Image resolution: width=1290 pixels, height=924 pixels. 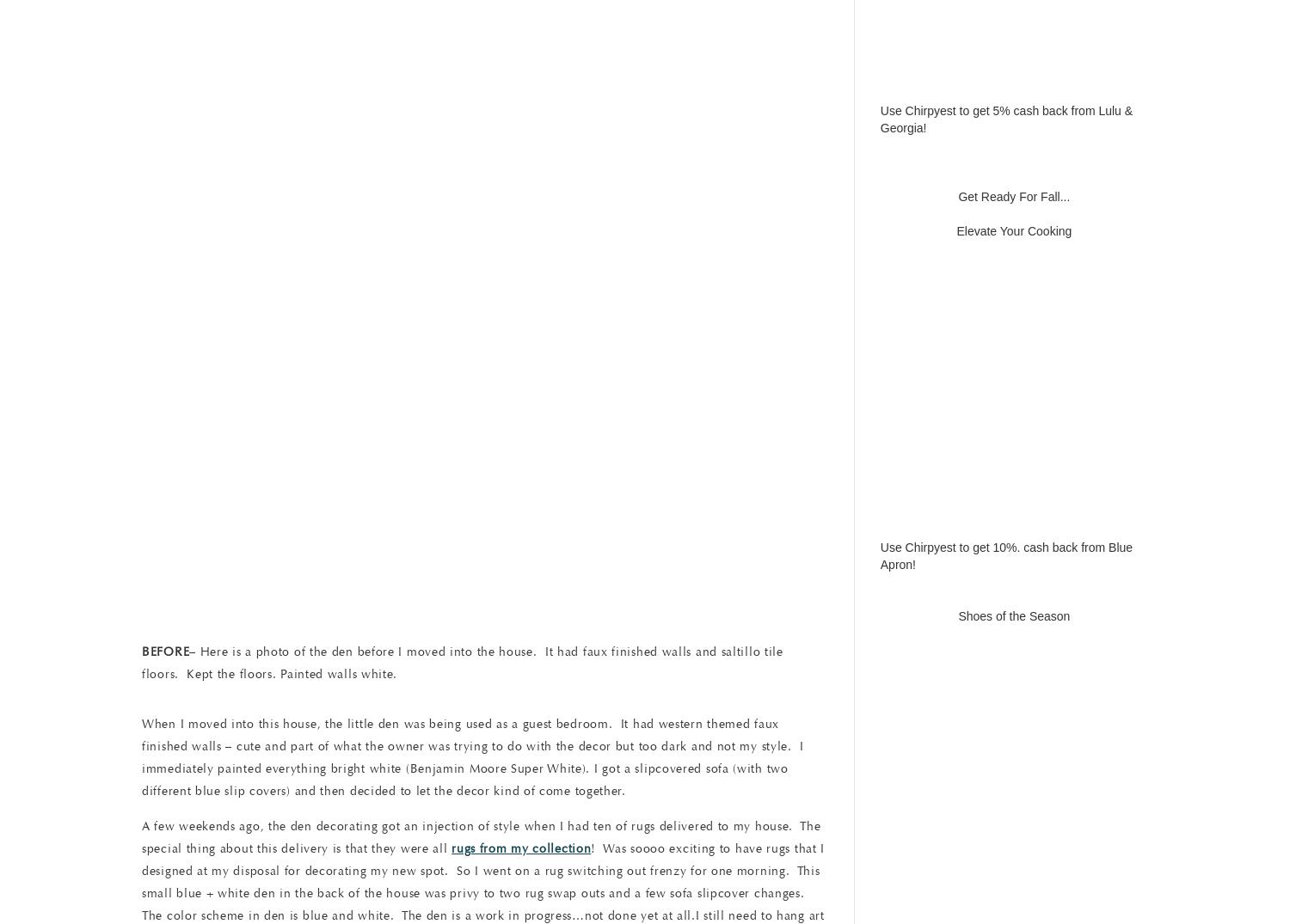 What do you see at coordinates (462, 662) in the screenshot?
I see `'– Here is a photo of the den before I moved into the house.  It had faux finished walls and saltillo tile floors.  Kept the floors. Painted walls white.'` at bounding box center [462, 662].